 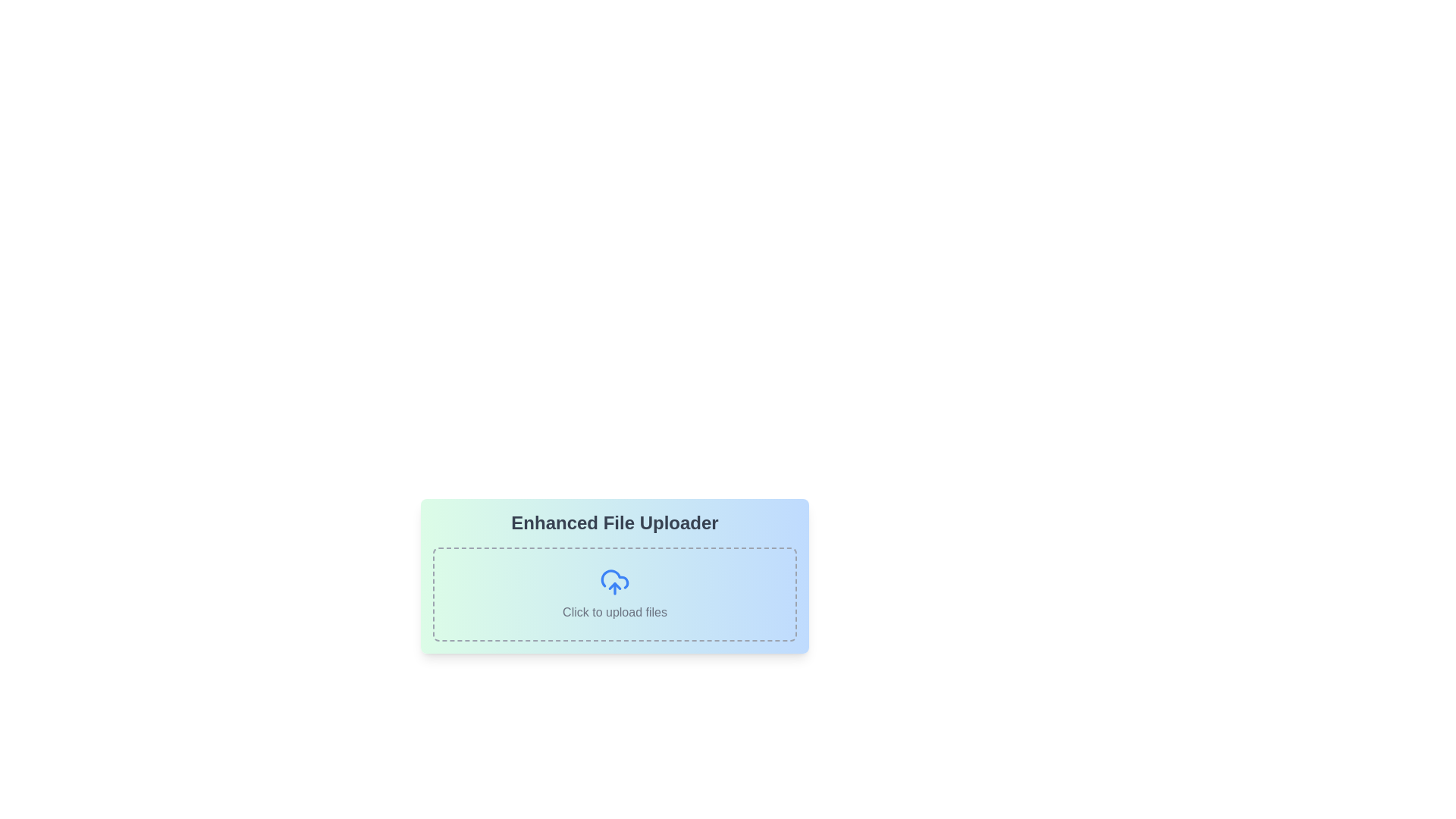 I want to click on the static text label that indicates users need to click to upload files, which is located below the upload cloud icon in the 'Enhanced File Uploader' box, so click(x=615, y=611).